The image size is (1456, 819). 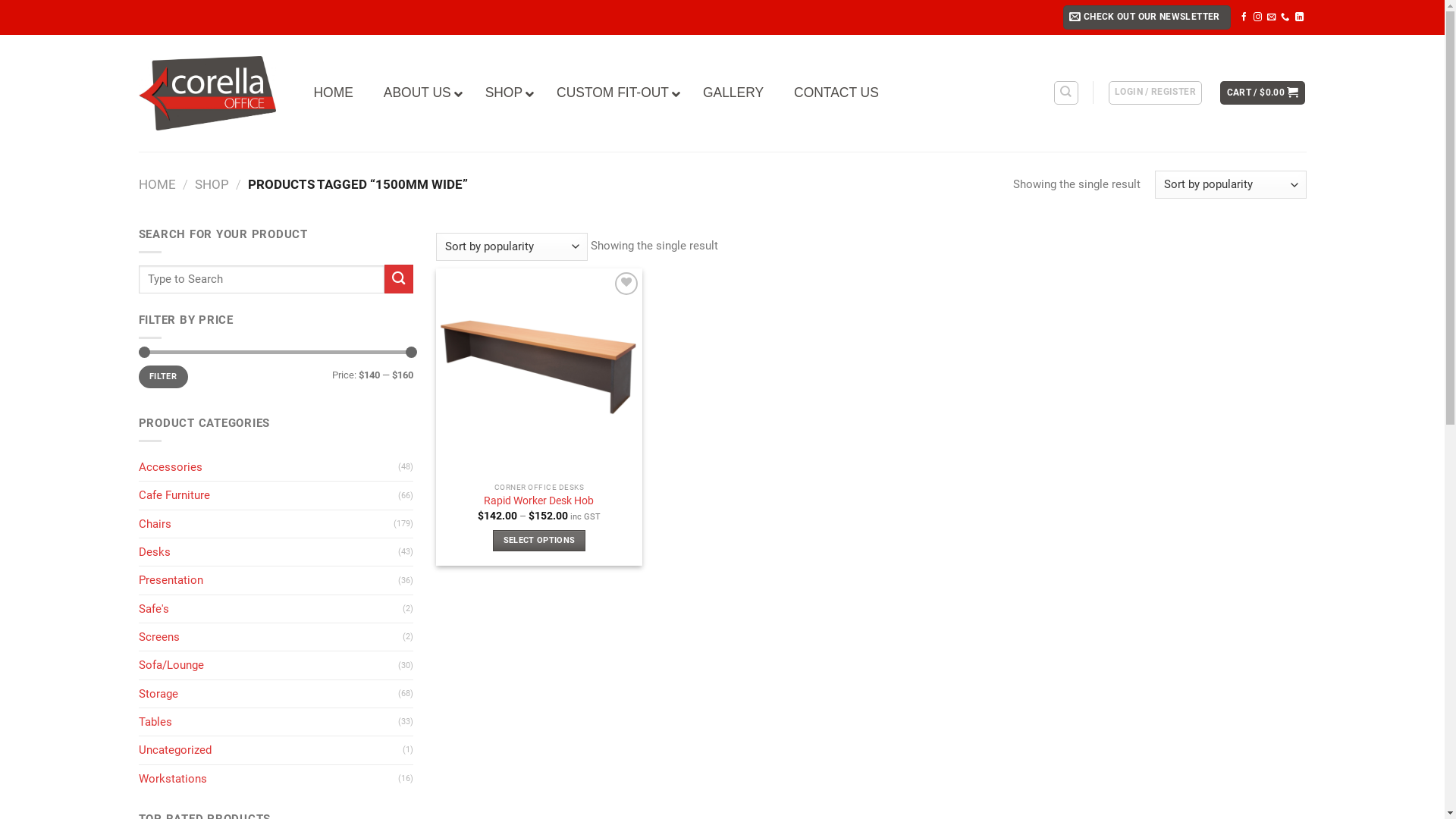 What do you see at coordinates (1244, 17) in the screenshot?
I see `'Follow on Facebook'` at bounding box center [1244, 17].